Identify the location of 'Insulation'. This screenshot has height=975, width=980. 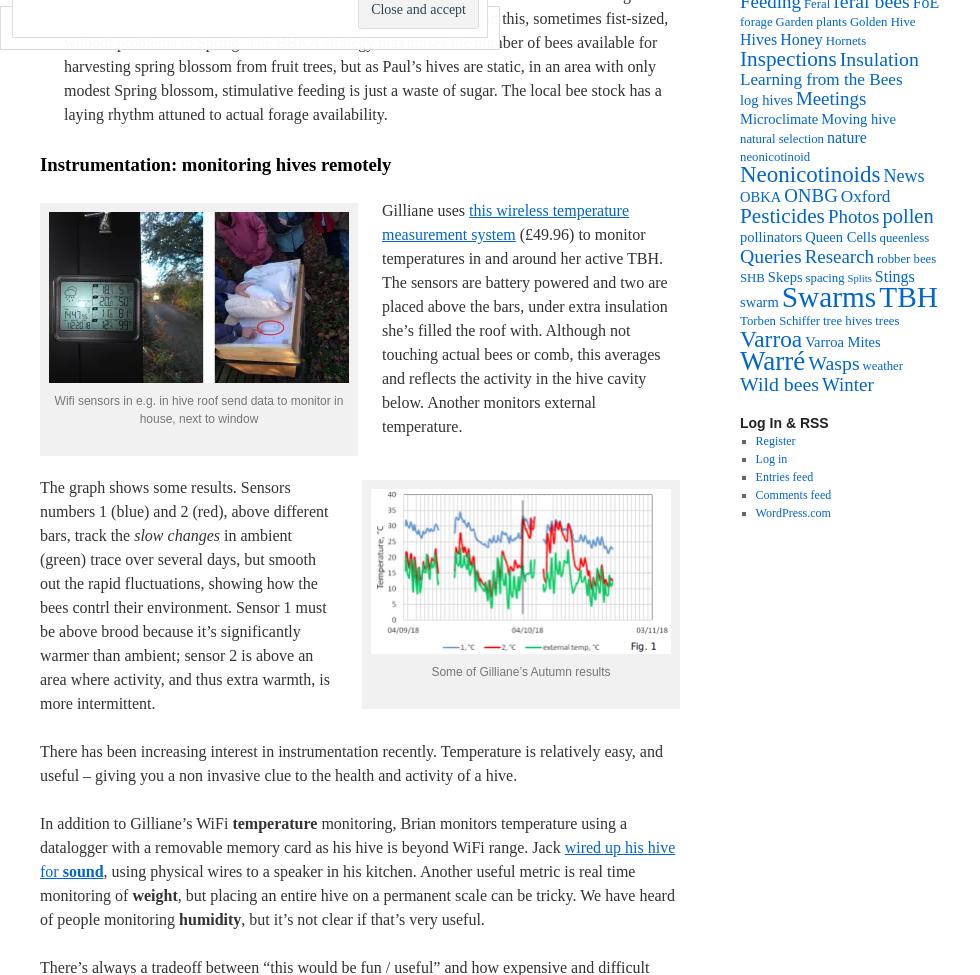
(878, 58).